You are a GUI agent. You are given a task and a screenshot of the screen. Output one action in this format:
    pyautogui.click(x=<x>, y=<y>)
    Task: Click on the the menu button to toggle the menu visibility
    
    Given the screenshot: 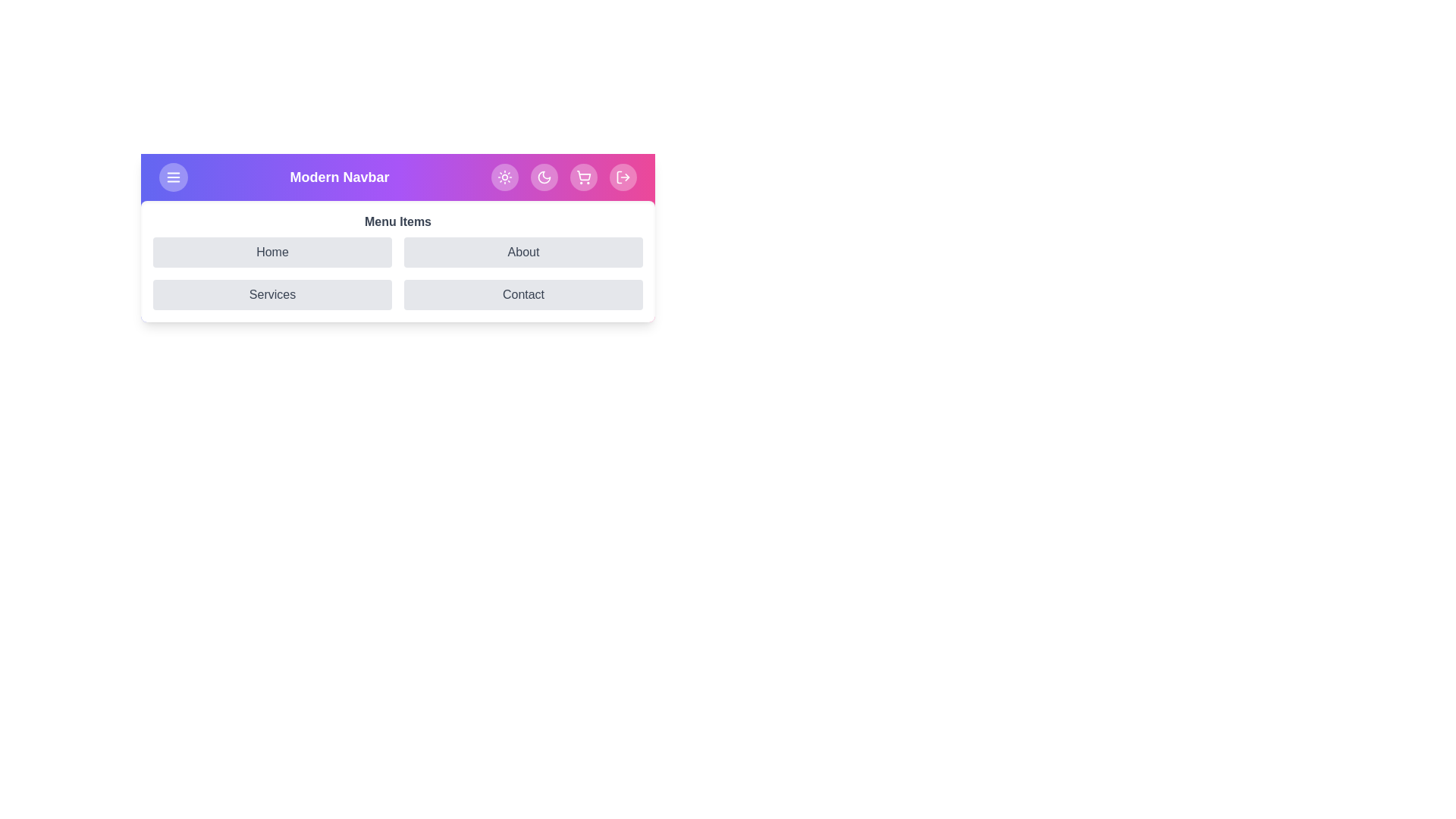 What is the action you would take?
    pyautogui.click(x=174, y=177)
    